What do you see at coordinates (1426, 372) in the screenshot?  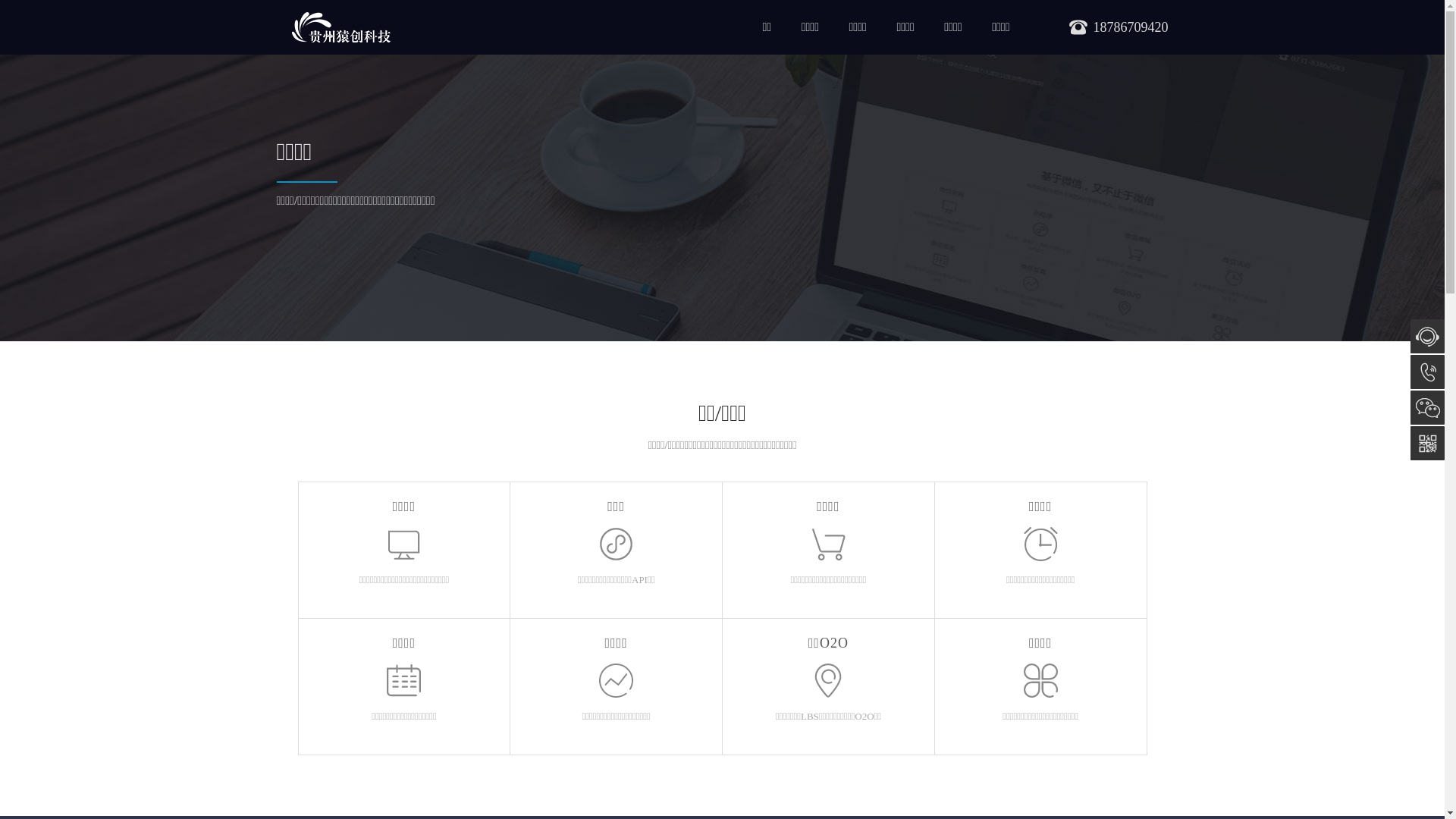 I see `'18786709420'` at bounding box center [1426, 372].